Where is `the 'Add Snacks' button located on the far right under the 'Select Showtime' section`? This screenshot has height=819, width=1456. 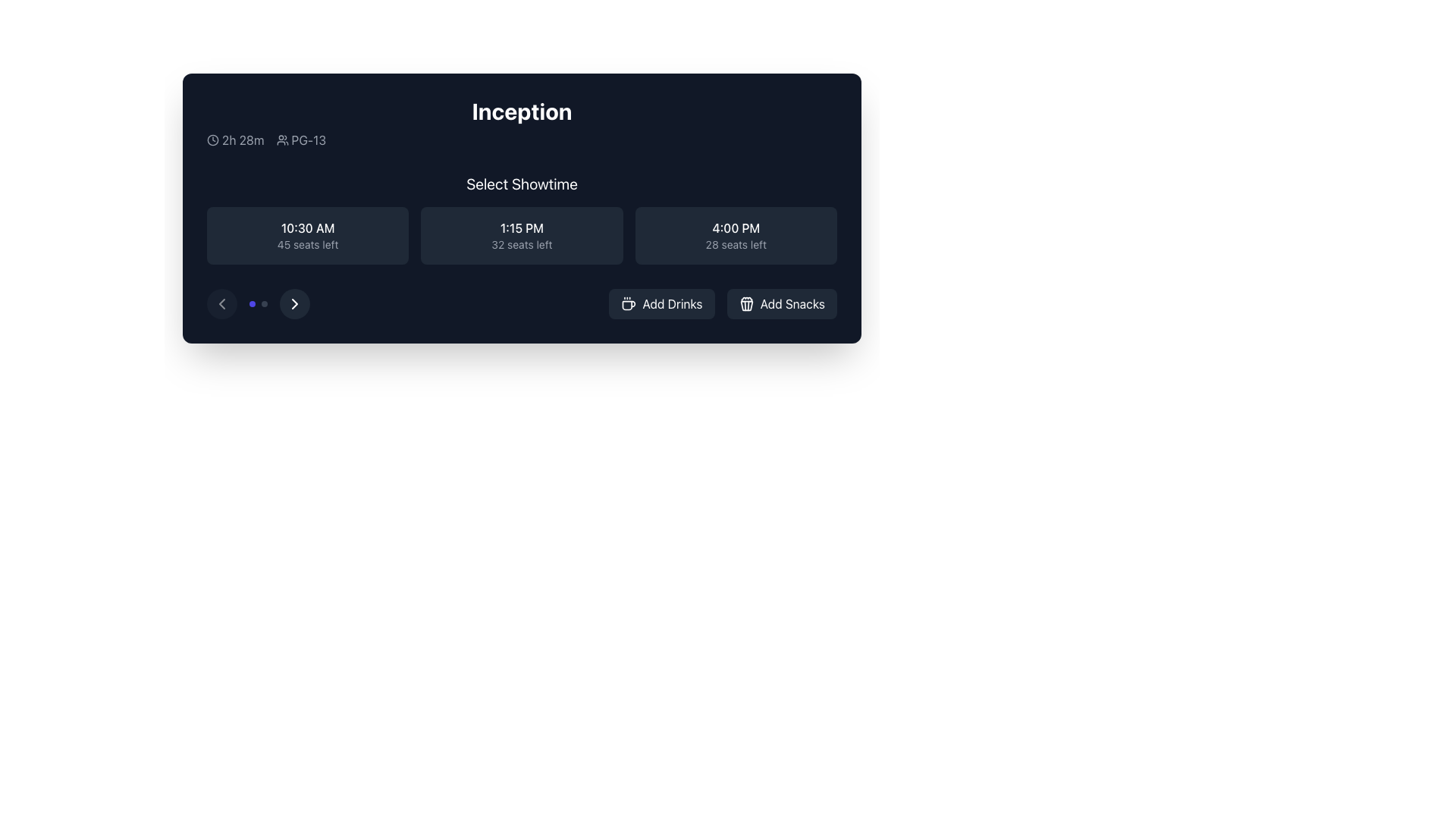 the 'Add Snacks' button located on the far right under the 'Select Showtime' section is located at coordinates (782, 304).